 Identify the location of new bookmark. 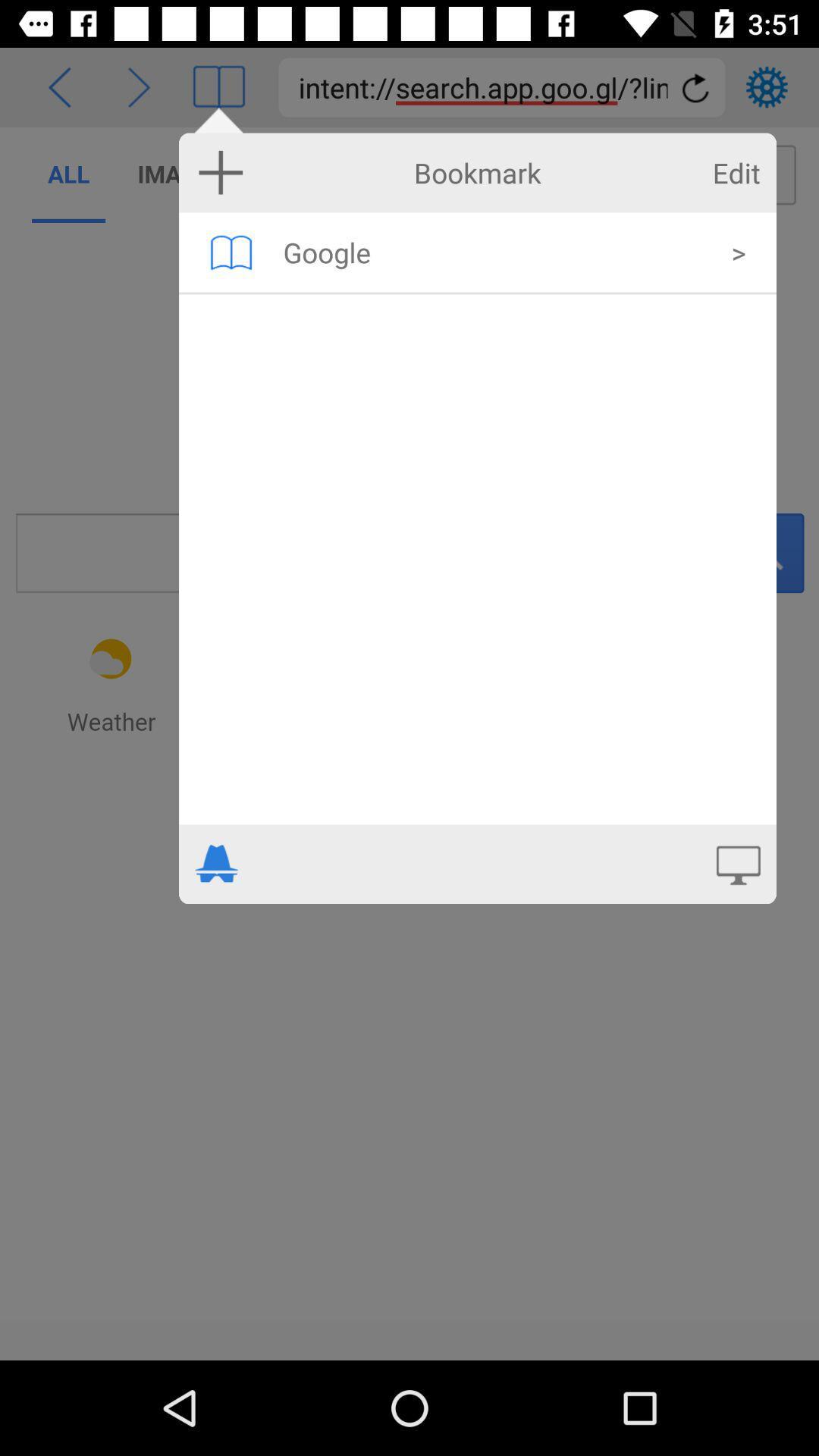
(221, 172).